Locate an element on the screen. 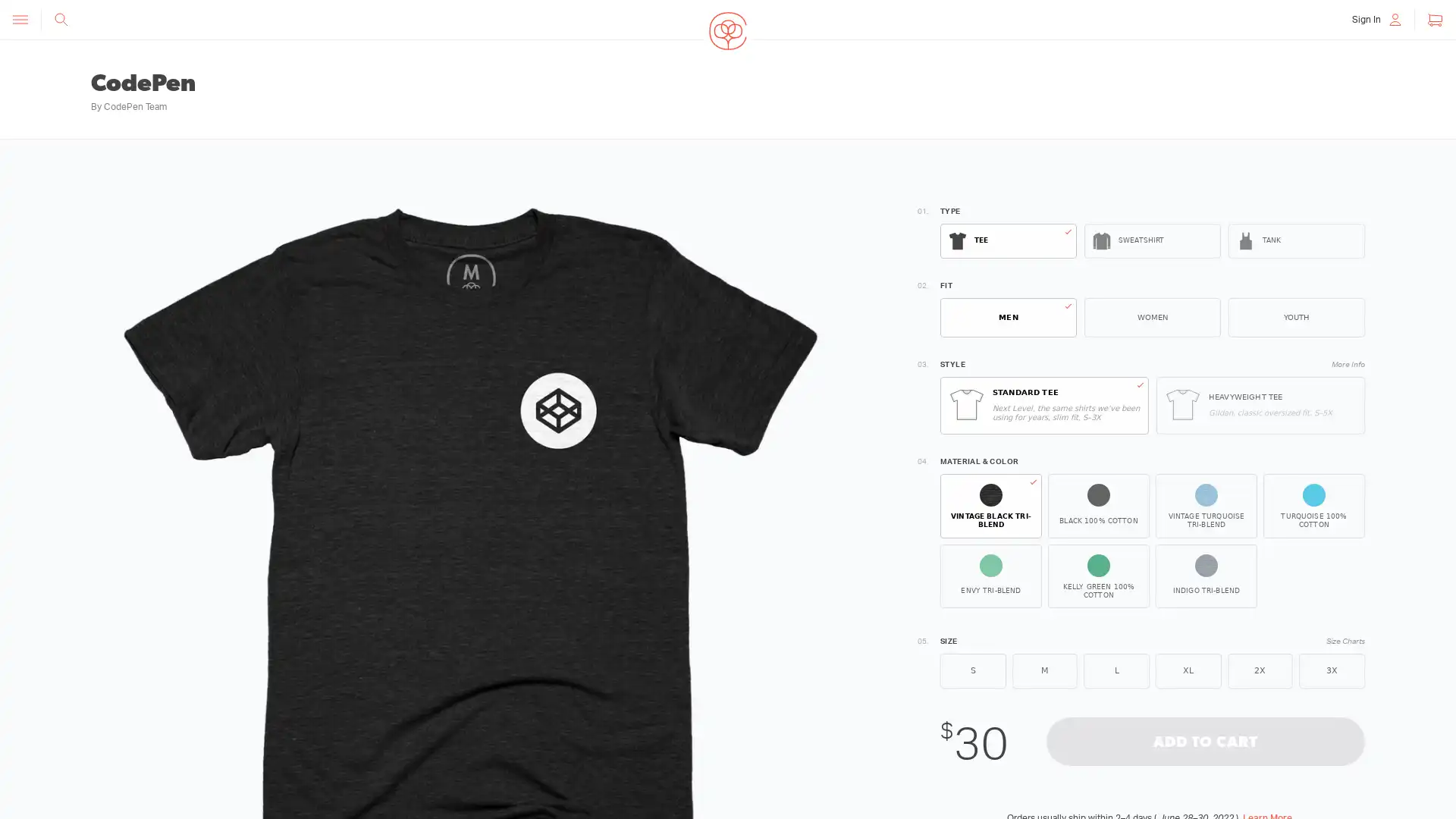 The height and width of the screenshot is (819, 1456). KELLY GREEN 100% COTTON is located at coordinates (1099, 576).